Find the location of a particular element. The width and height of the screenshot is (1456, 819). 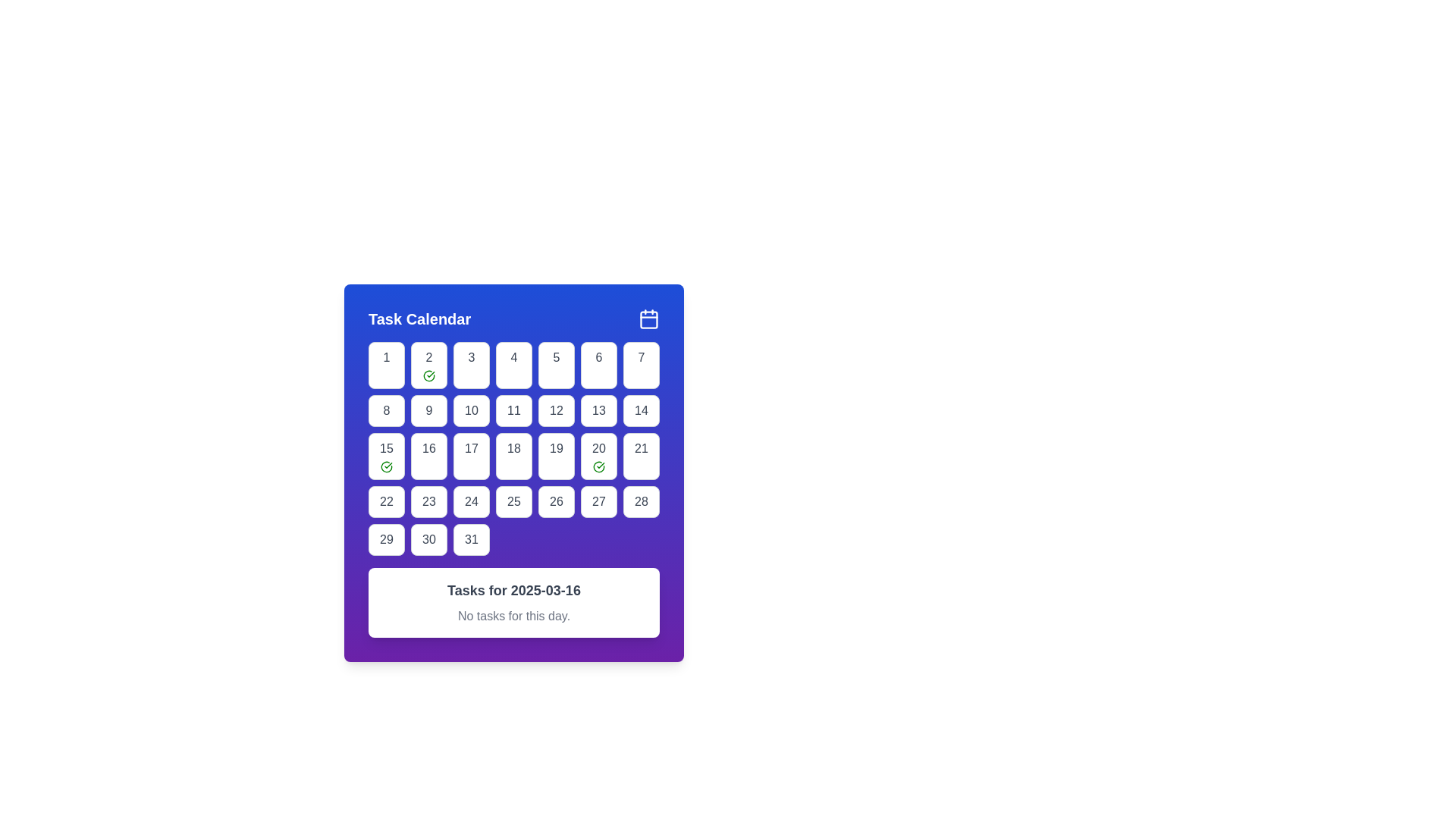

the date button styled as a date indicator representing '28' in the calendar UI is located at coordinates (641, 502).